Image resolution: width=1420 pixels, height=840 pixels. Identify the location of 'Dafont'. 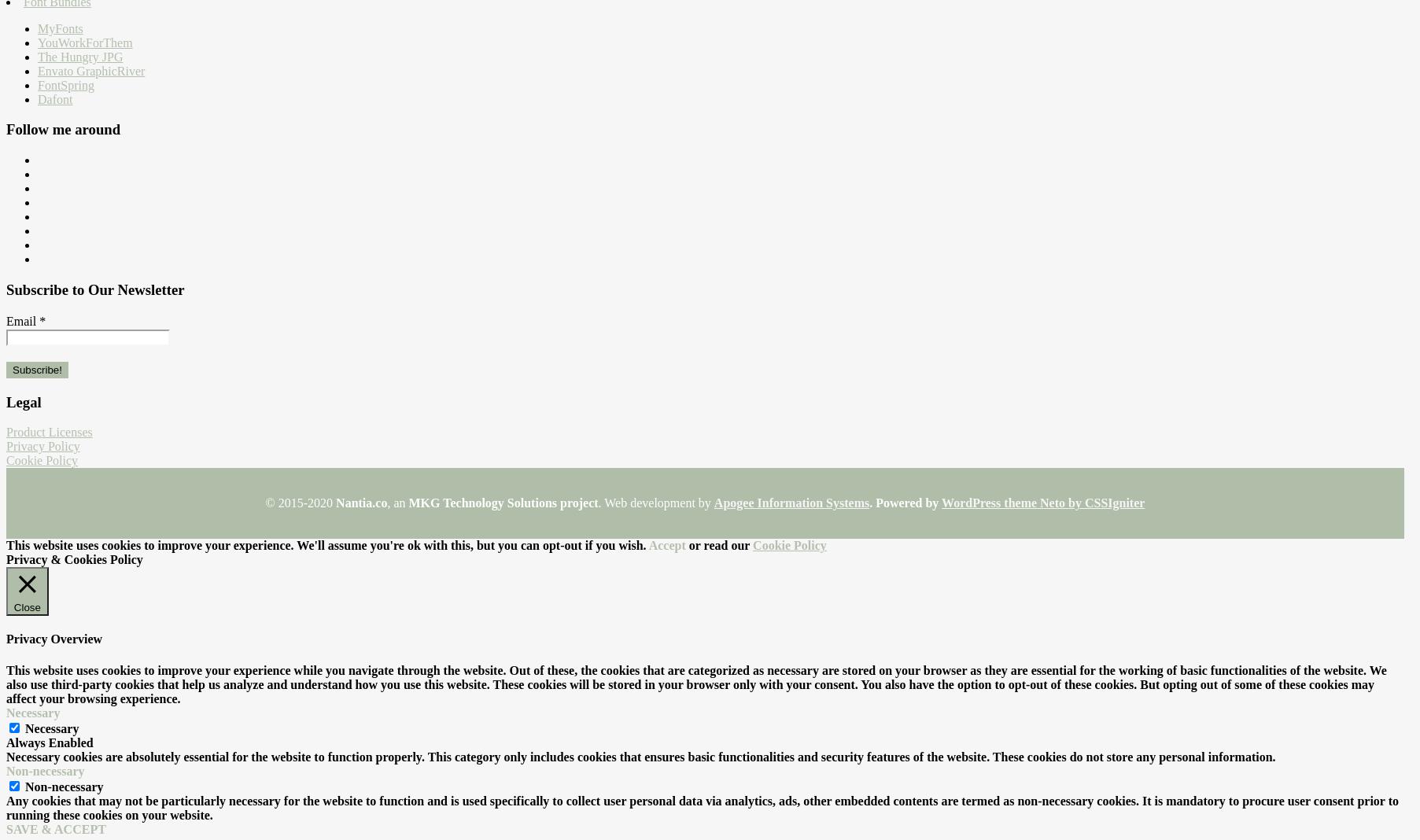
(55, 98).